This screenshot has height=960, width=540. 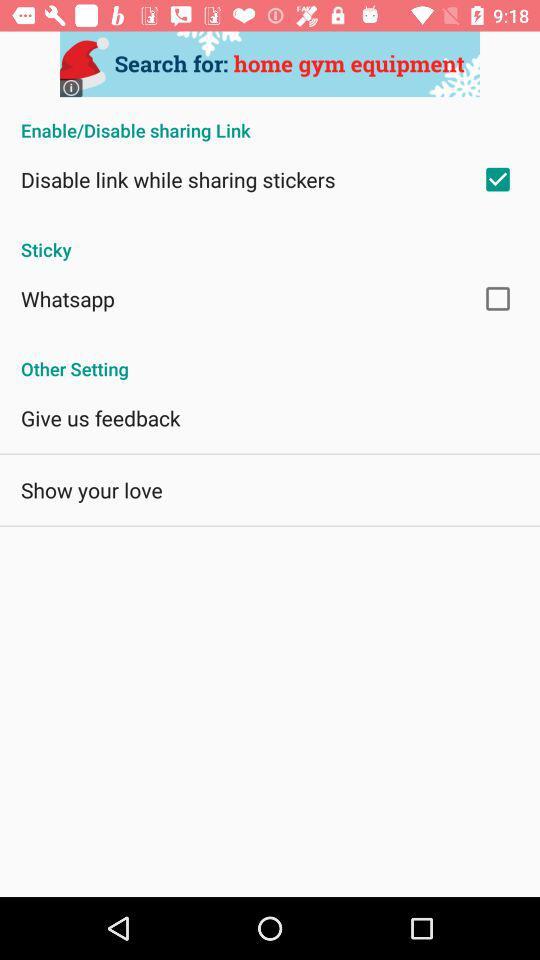 What do you see at coordinates (270, 64) in the screenshot?
I see `advertisement to search home gym equipment` at bounding box center [270, 64].